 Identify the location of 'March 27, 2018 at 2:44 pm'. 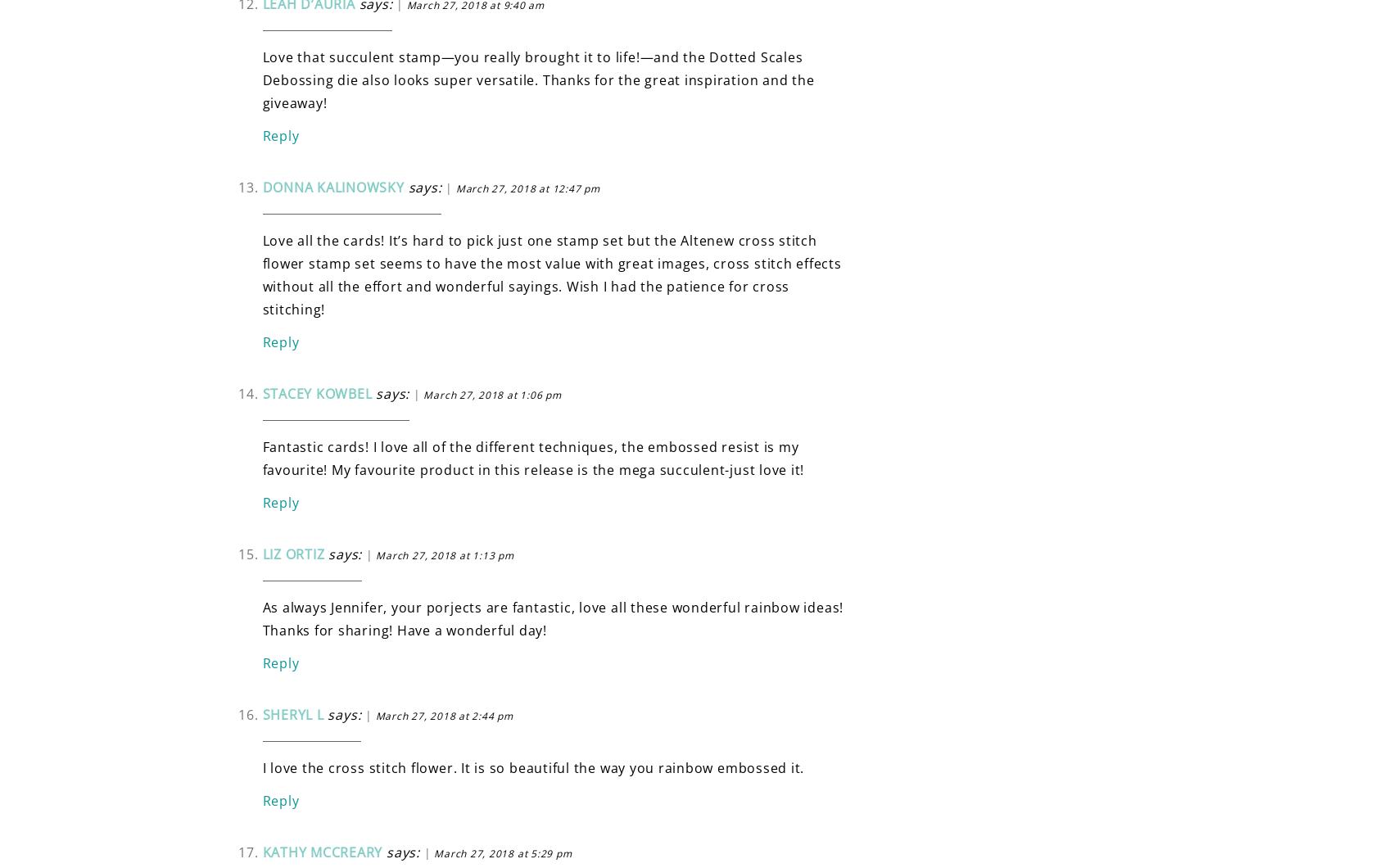
(443, 715).